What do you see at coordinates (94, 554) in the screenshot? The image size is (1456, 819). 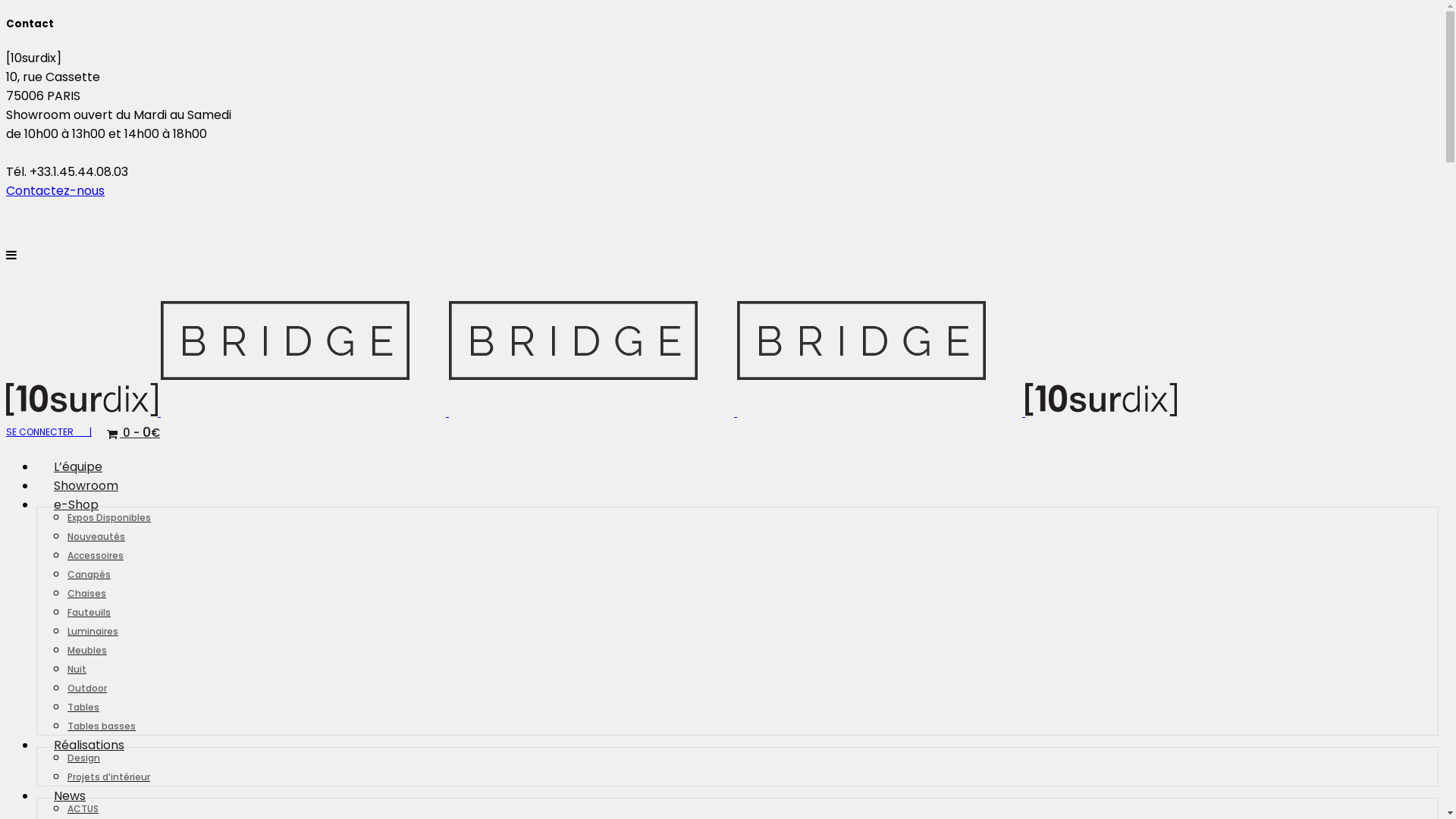 I see `'Accessoires'` at bounding box center [94, 554].